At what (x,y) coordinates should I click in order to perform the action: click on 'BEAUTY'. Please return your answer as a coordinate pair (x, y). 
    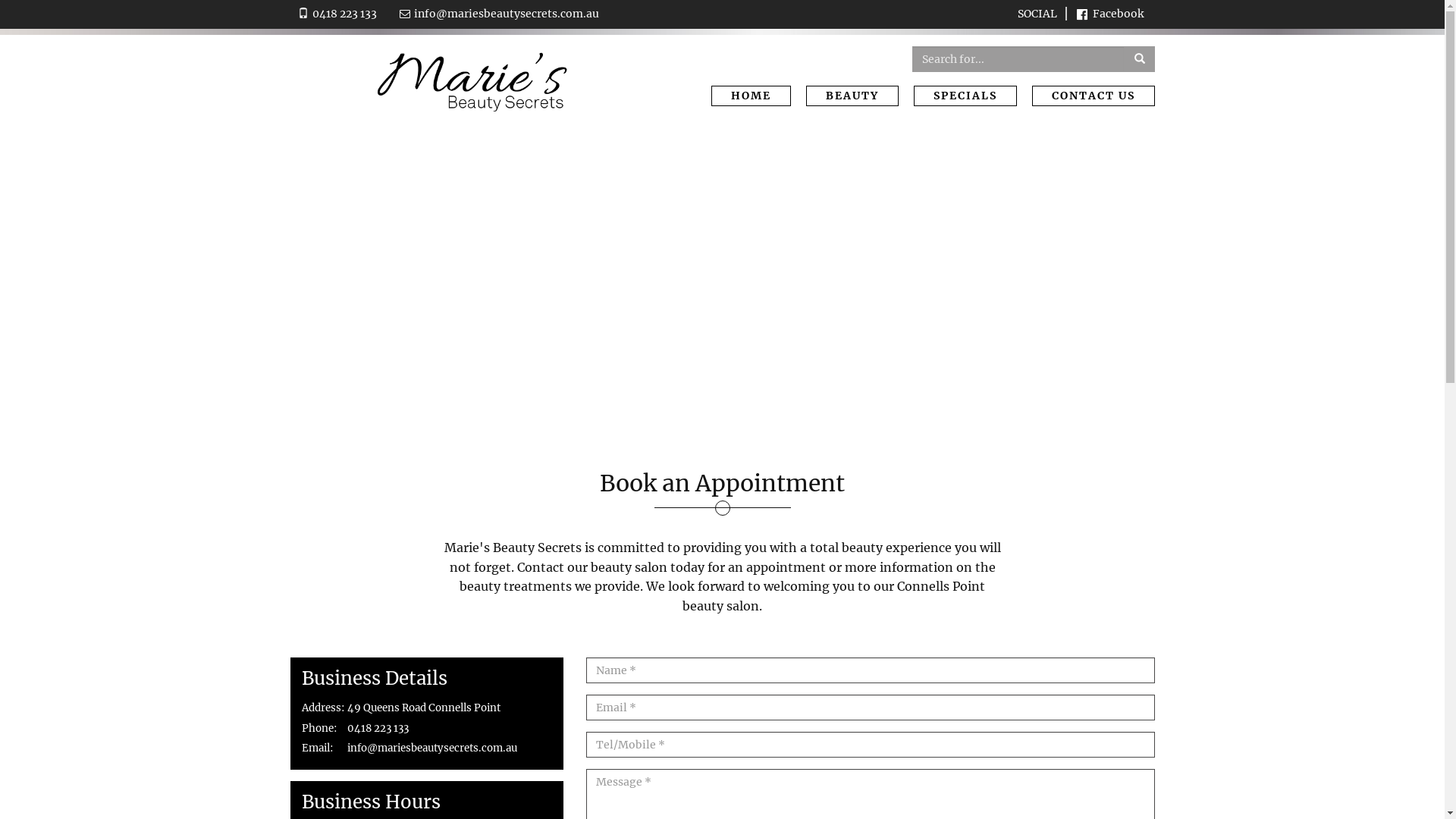
    Looking at the image, I should click on (852, 96).